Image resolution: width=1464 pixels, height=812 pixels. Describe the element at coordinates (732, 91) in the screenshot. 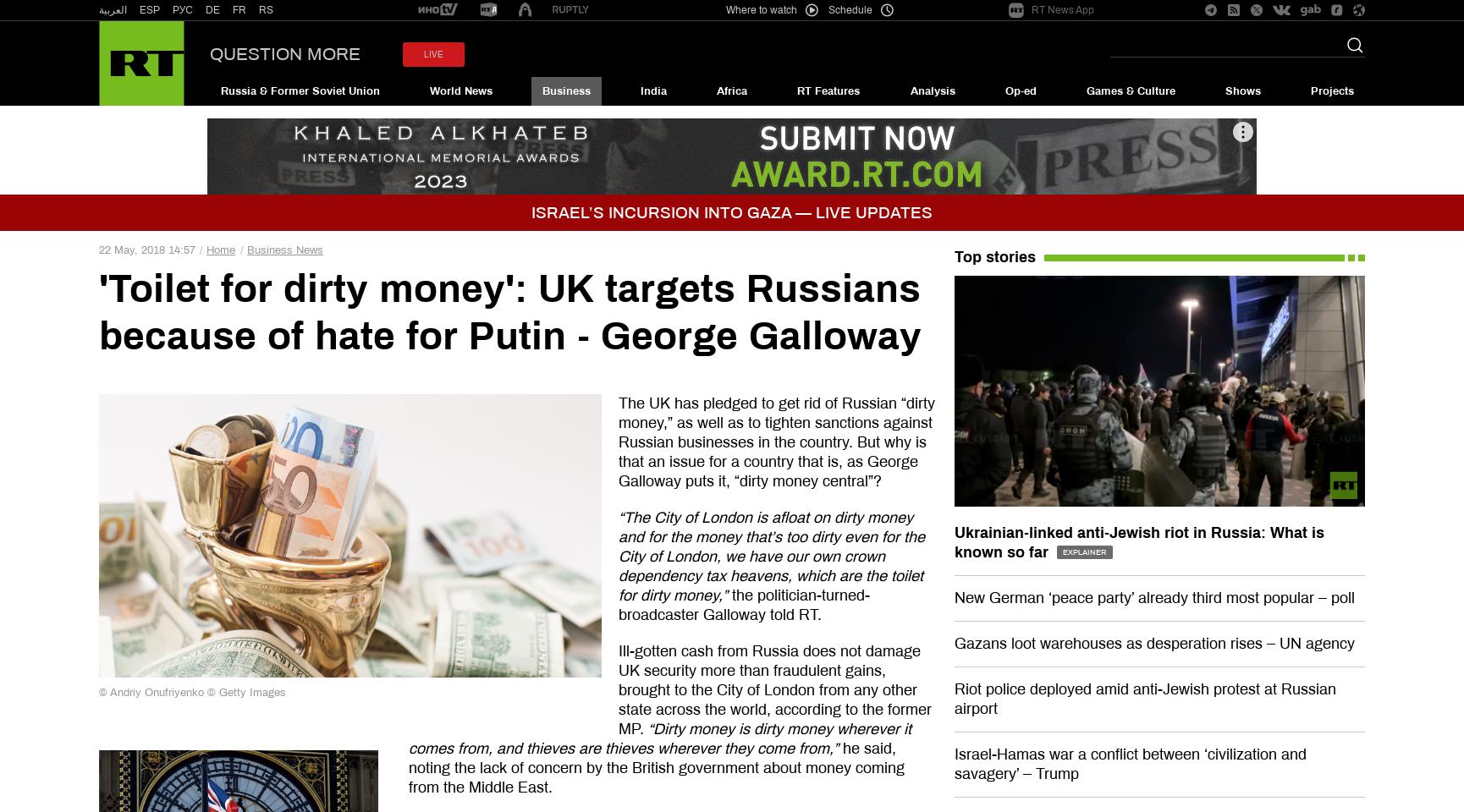

I see `'Africa'` at that location.